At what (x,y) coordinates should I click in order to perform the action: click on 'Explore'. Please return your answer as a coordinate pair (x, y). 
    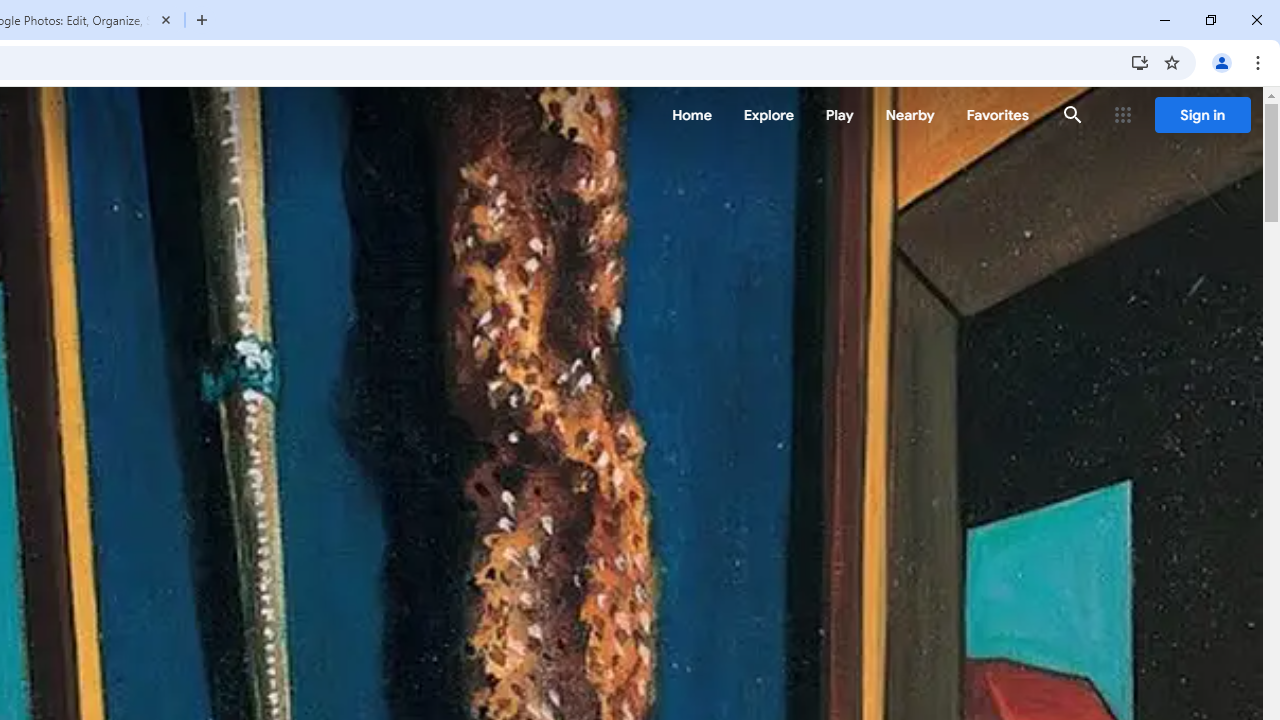
    Looking at the image, I should click on (767, 115).